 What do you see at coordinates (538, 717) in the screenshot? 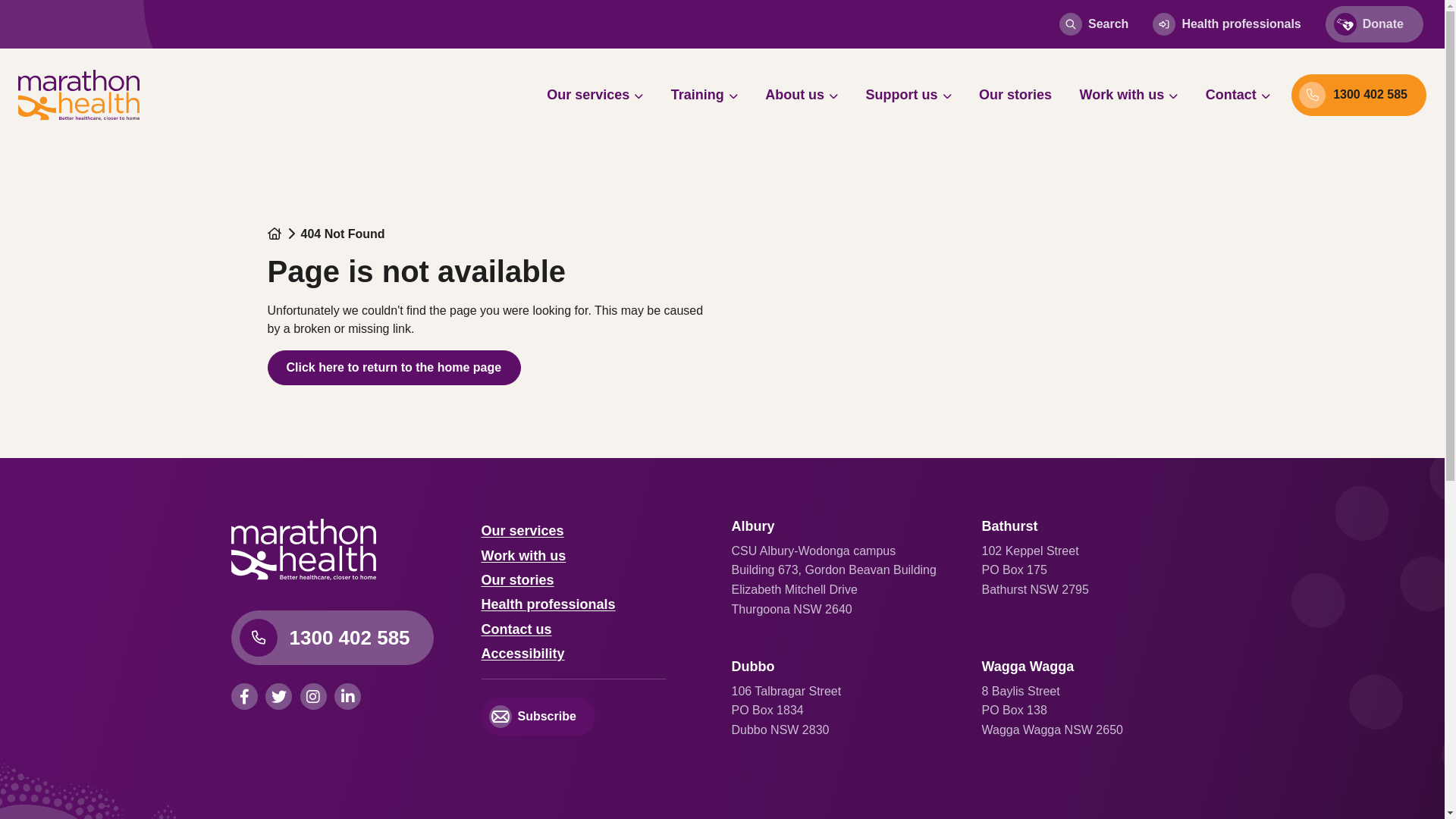
I see `'Subscribe'` at bounding box center [538, 717].